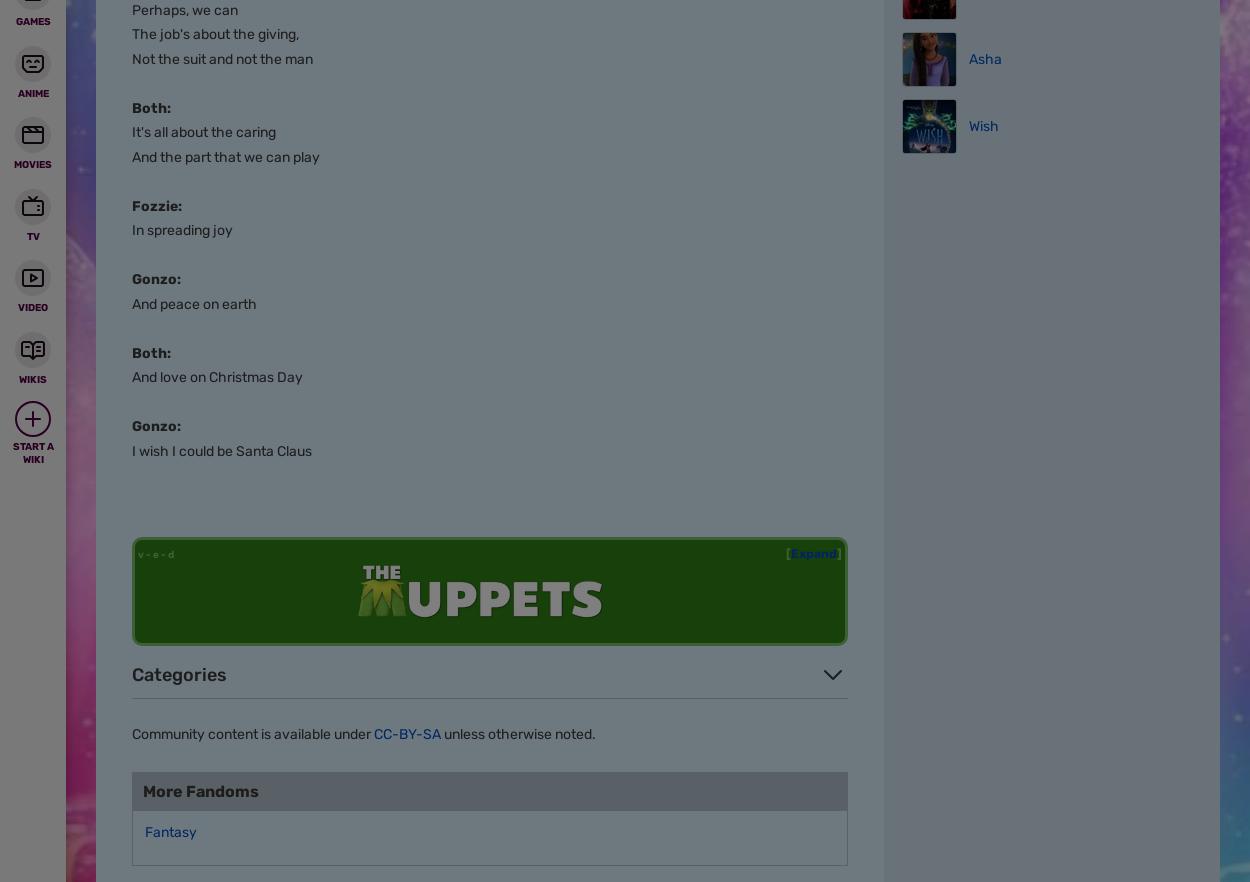 The image size is (1250, 882). Describe the element at coordinates (190, 68) in the screenshot. I see `'Fandom'` at that location.